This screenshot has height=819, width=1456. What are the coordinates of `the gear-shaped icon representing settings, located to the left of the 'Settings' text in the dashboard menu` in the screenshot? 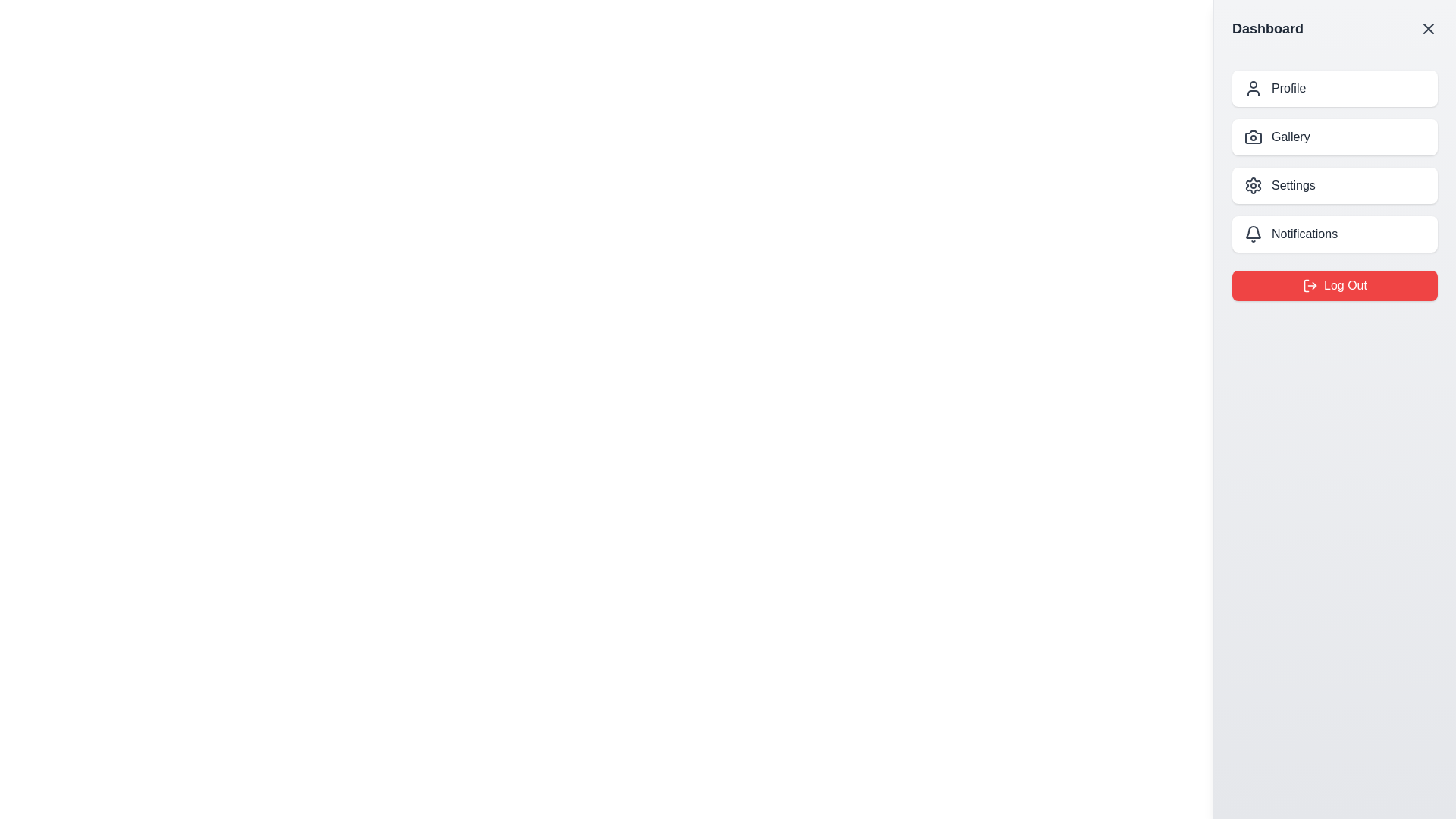 It's located at (1253, 185).